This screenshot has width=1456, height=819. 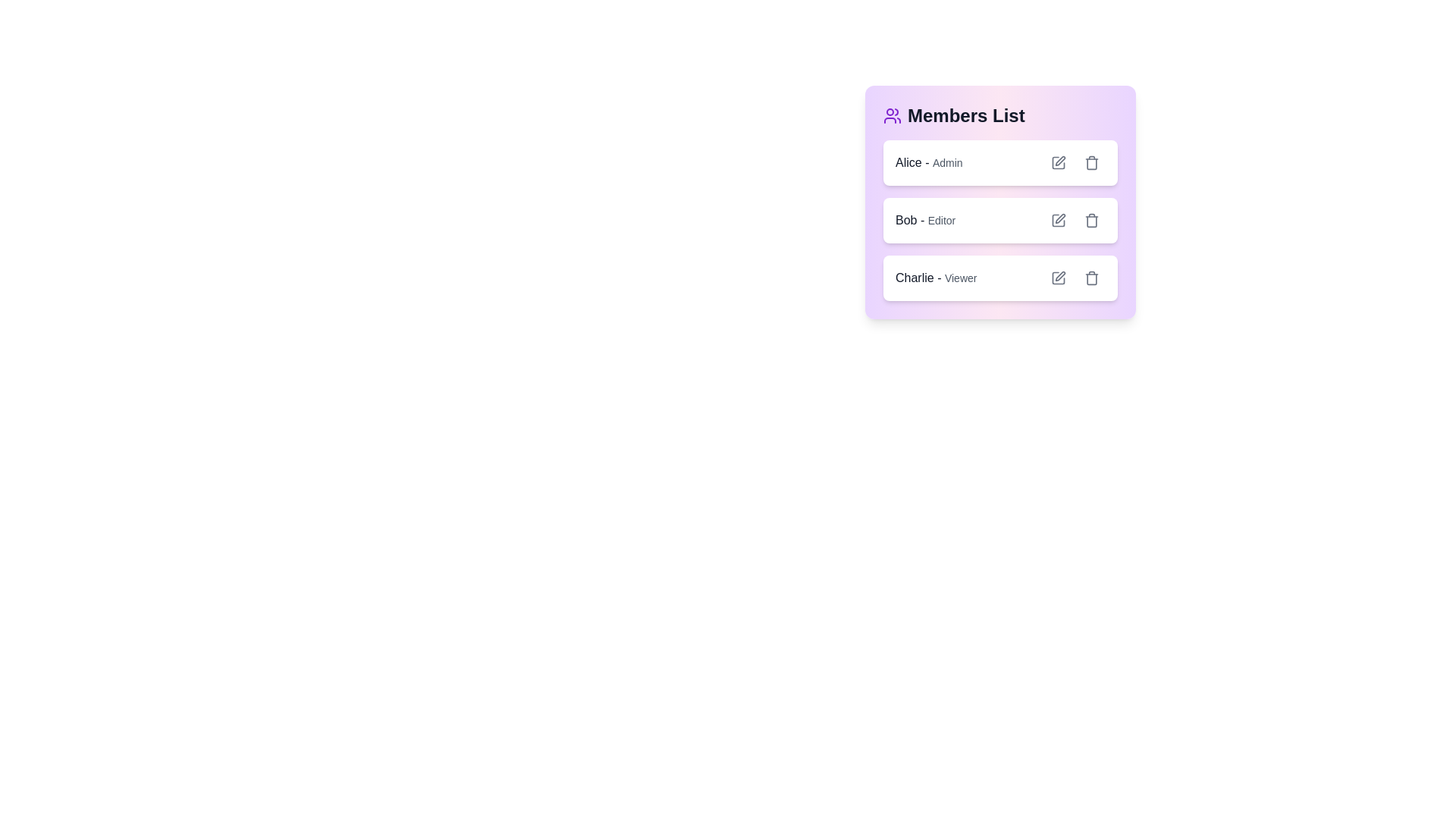 What do you see at coordinates (946, 163) in the screenshot?
I see `the word 'Admin' in the member details` at bounding box center [946, 163].